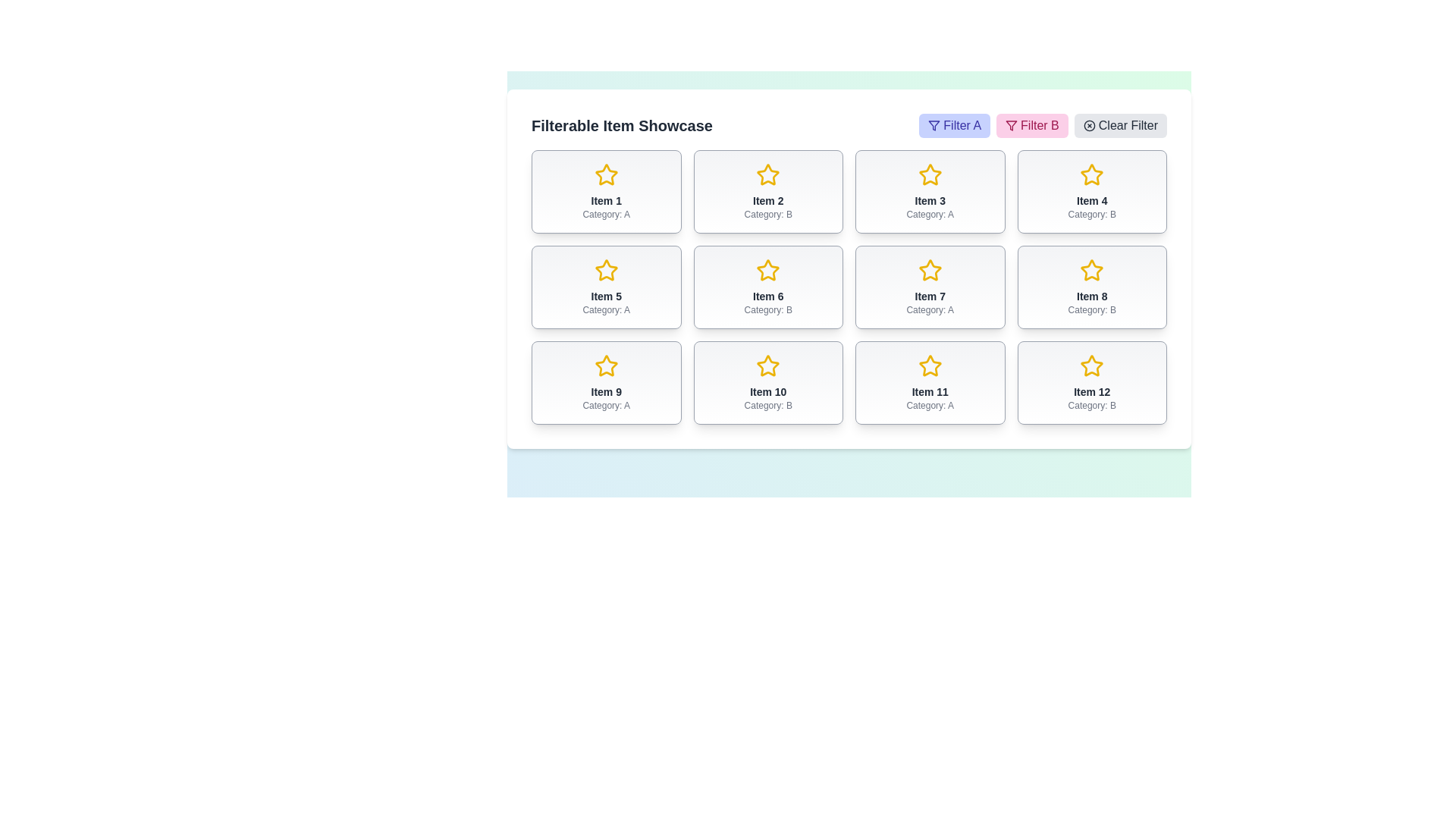 Image resolution: width=1456 pixels, height=819 pixels. Describe the element at coordinates (768, 287) in the screenshot. I see `the Information Card featuring a star icon with text 'Item 6' and 'Category: B', located in the second row and third column of a grid layout` at that location.